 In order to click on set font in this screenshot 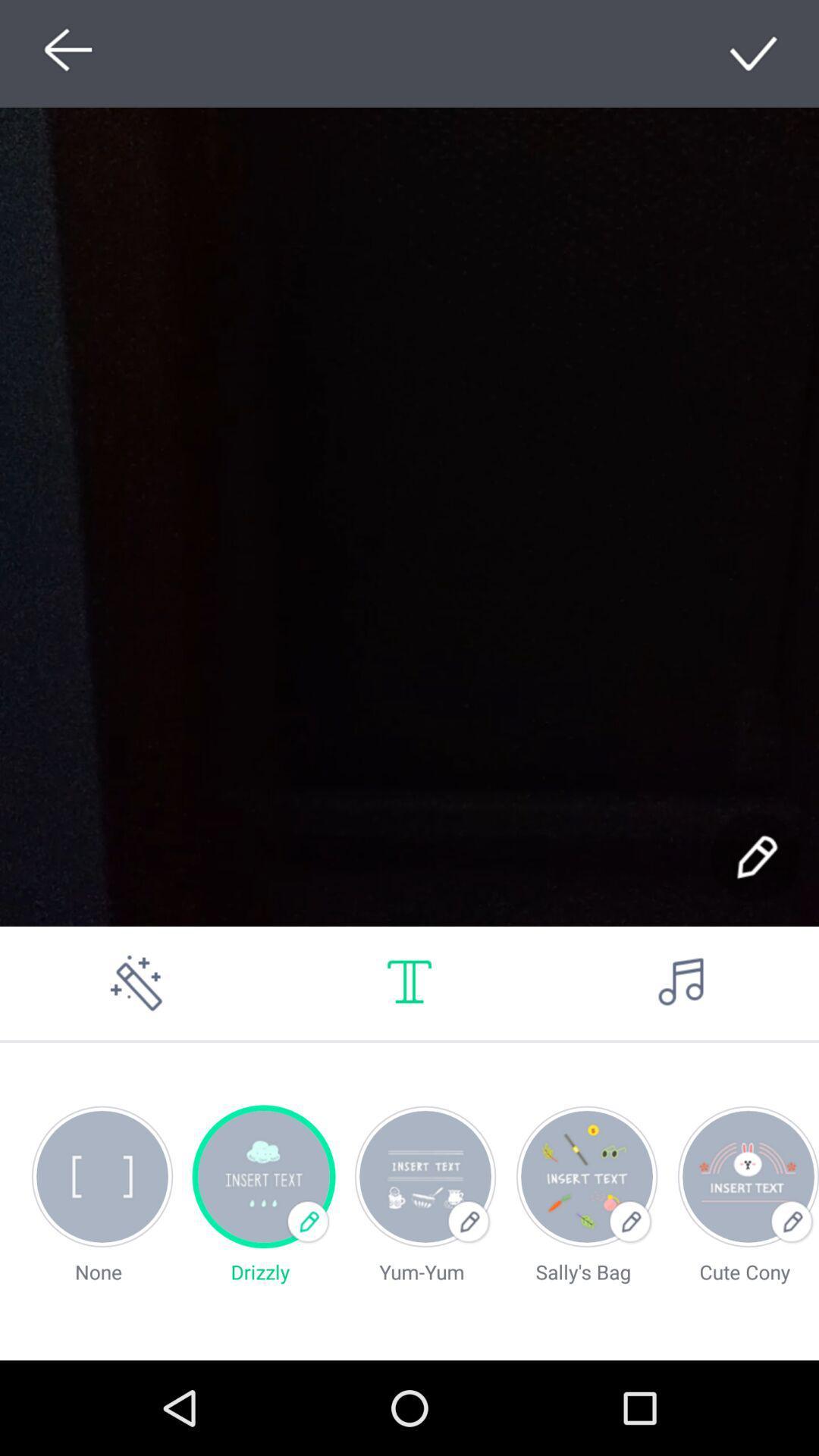, I will do `click(409, 983)`.